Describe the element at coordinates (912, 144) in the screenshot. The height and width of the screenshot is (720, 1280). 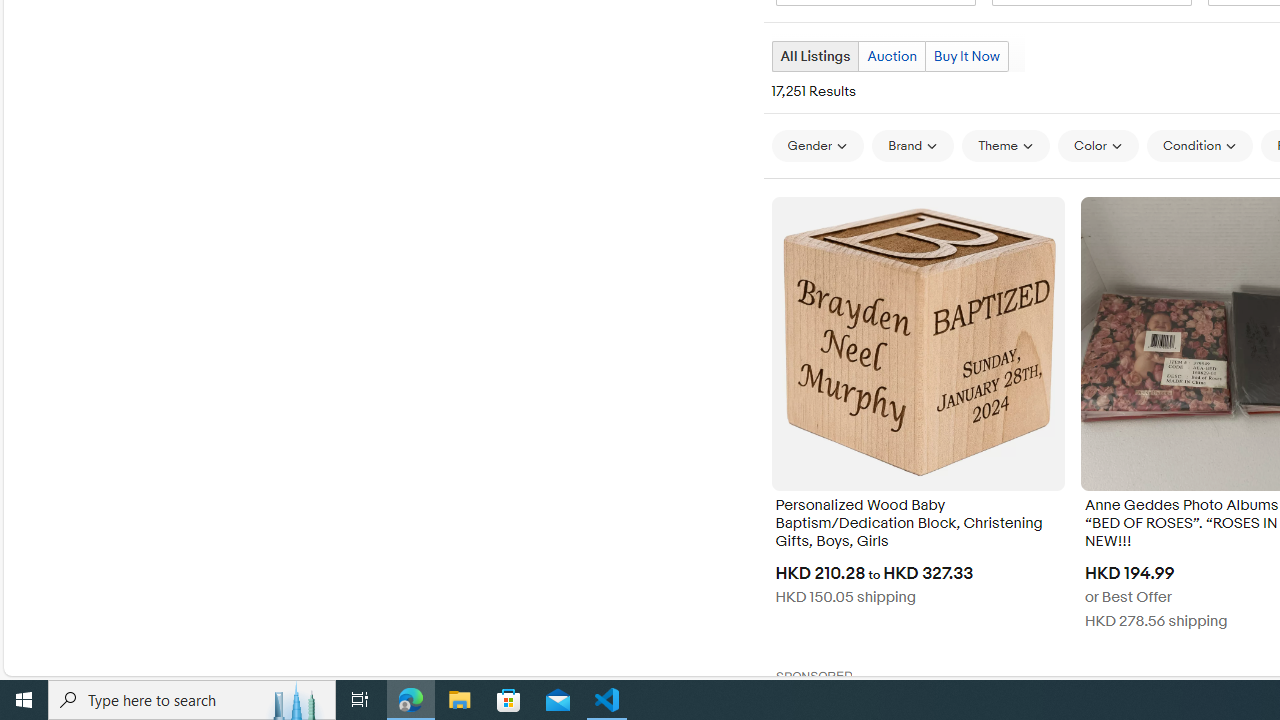
I see `'Brand'` at that location.